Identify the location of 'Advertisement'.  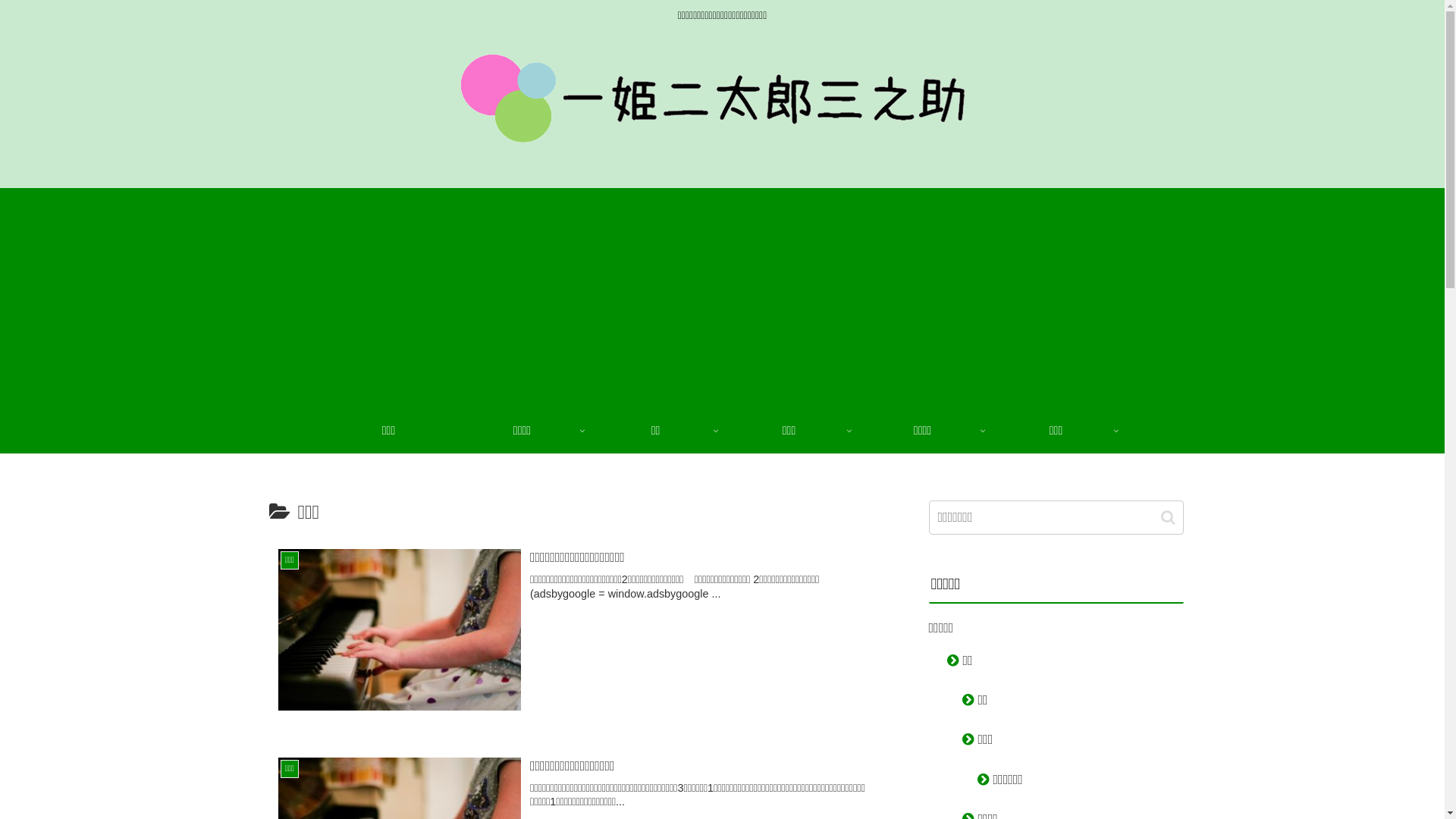
(720, 294).